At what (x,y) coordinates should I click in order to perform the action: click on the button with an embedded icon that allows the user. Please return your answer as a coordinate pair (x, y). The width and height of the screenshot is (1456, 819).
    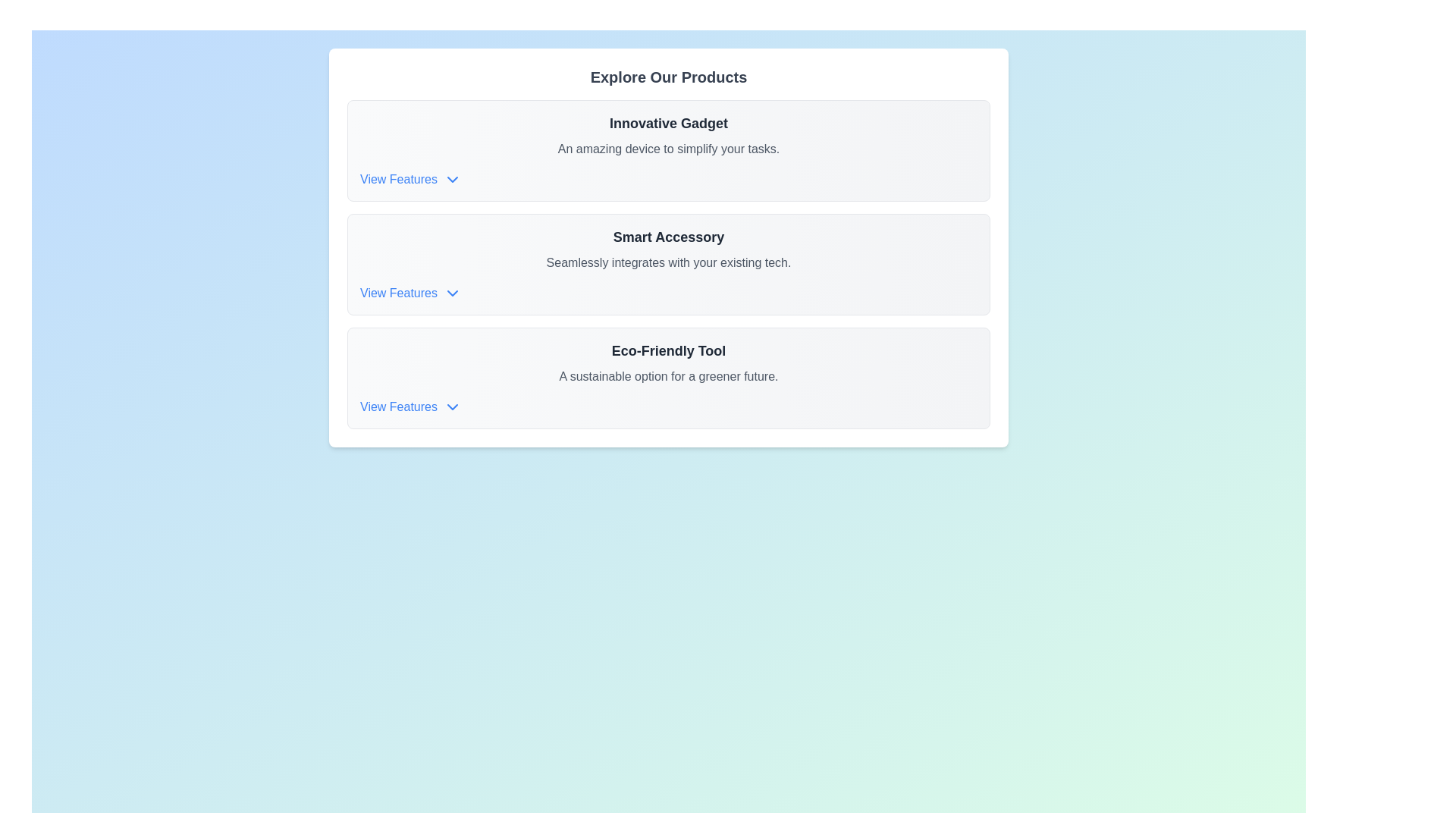
    Looking at the image, I should click on (411, 178).